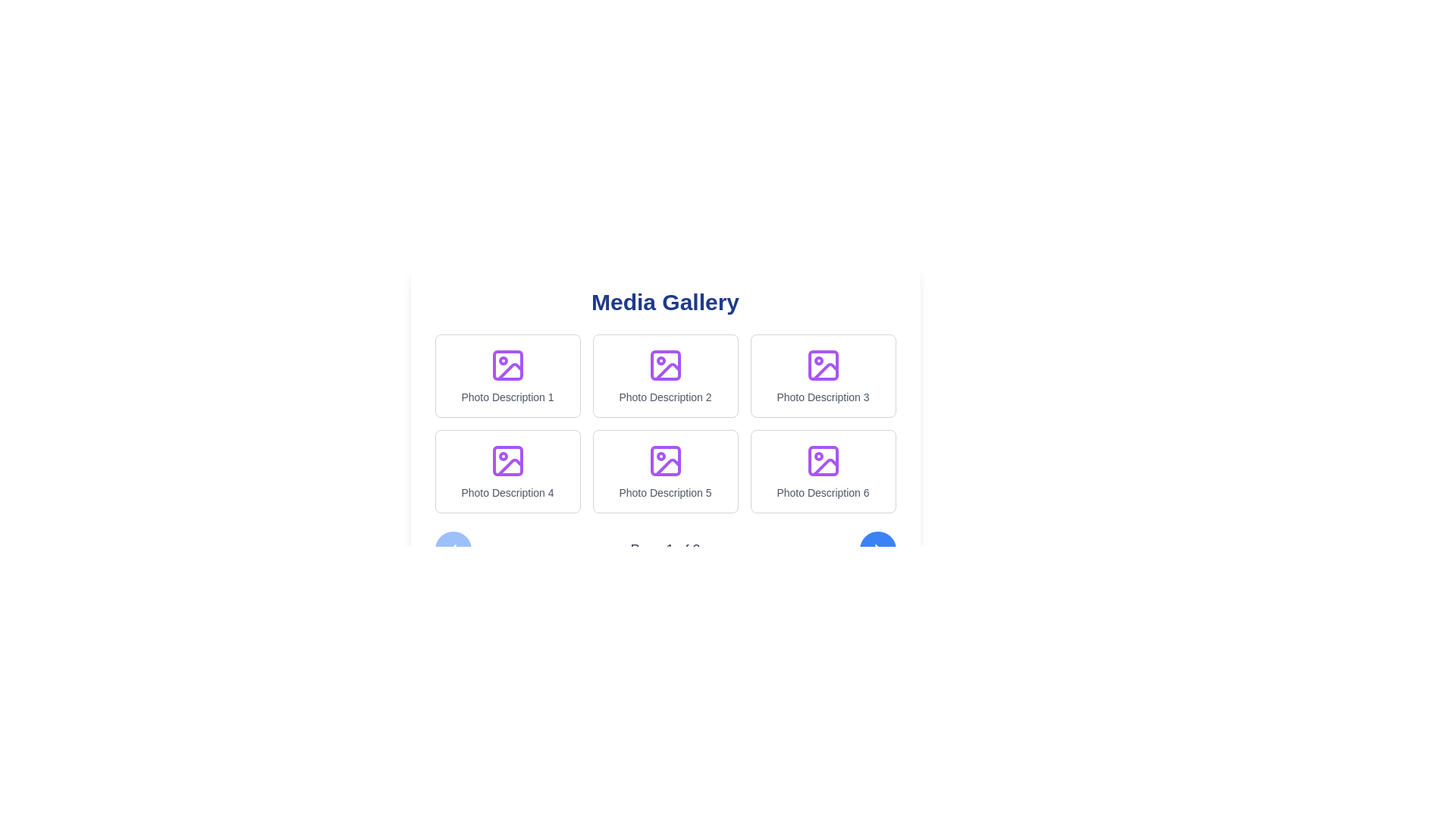 This screenshot has height=819, width=1456. What do you see at coordinates (507, 397) in the screenshot?
I see `the text label that displays 'Photo Description 1', which is styled with gray color and centered text alignment, located below an image icon in the 'Media Gallery' section` at bounding box center [507, 397].